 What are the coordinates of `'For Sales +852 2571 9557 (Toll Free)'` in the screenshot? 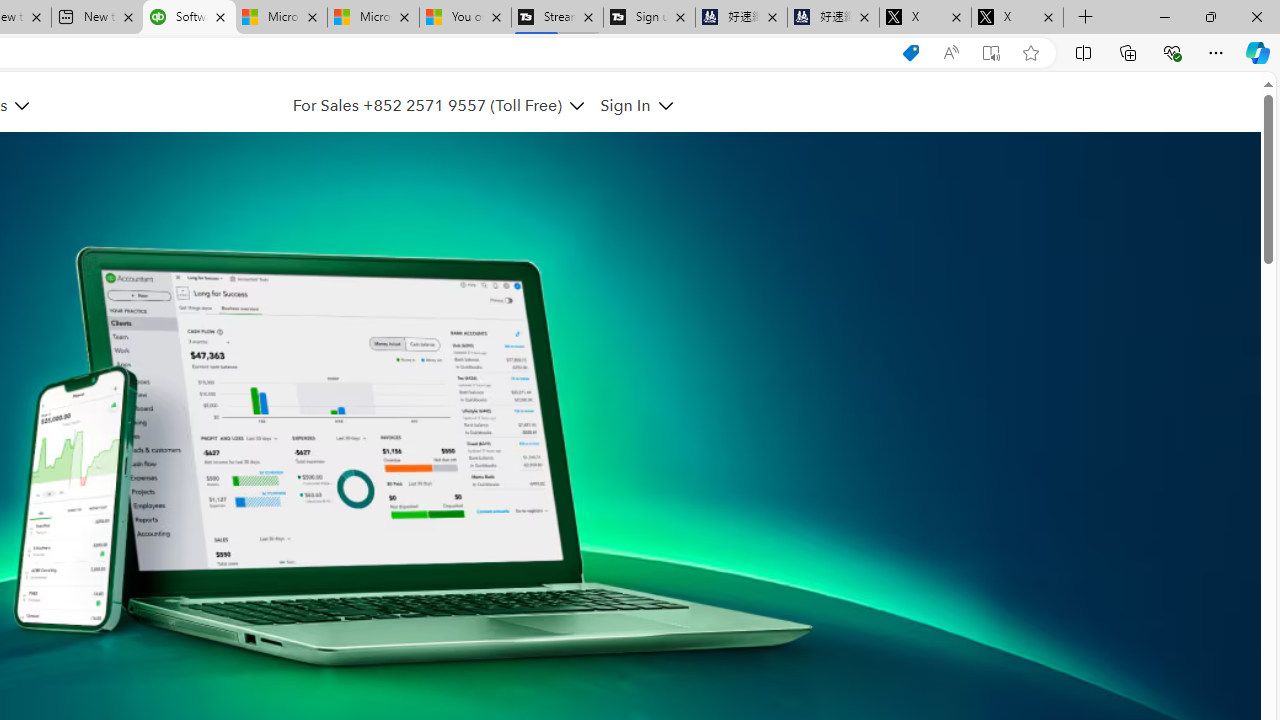 It's located at (426, 105).